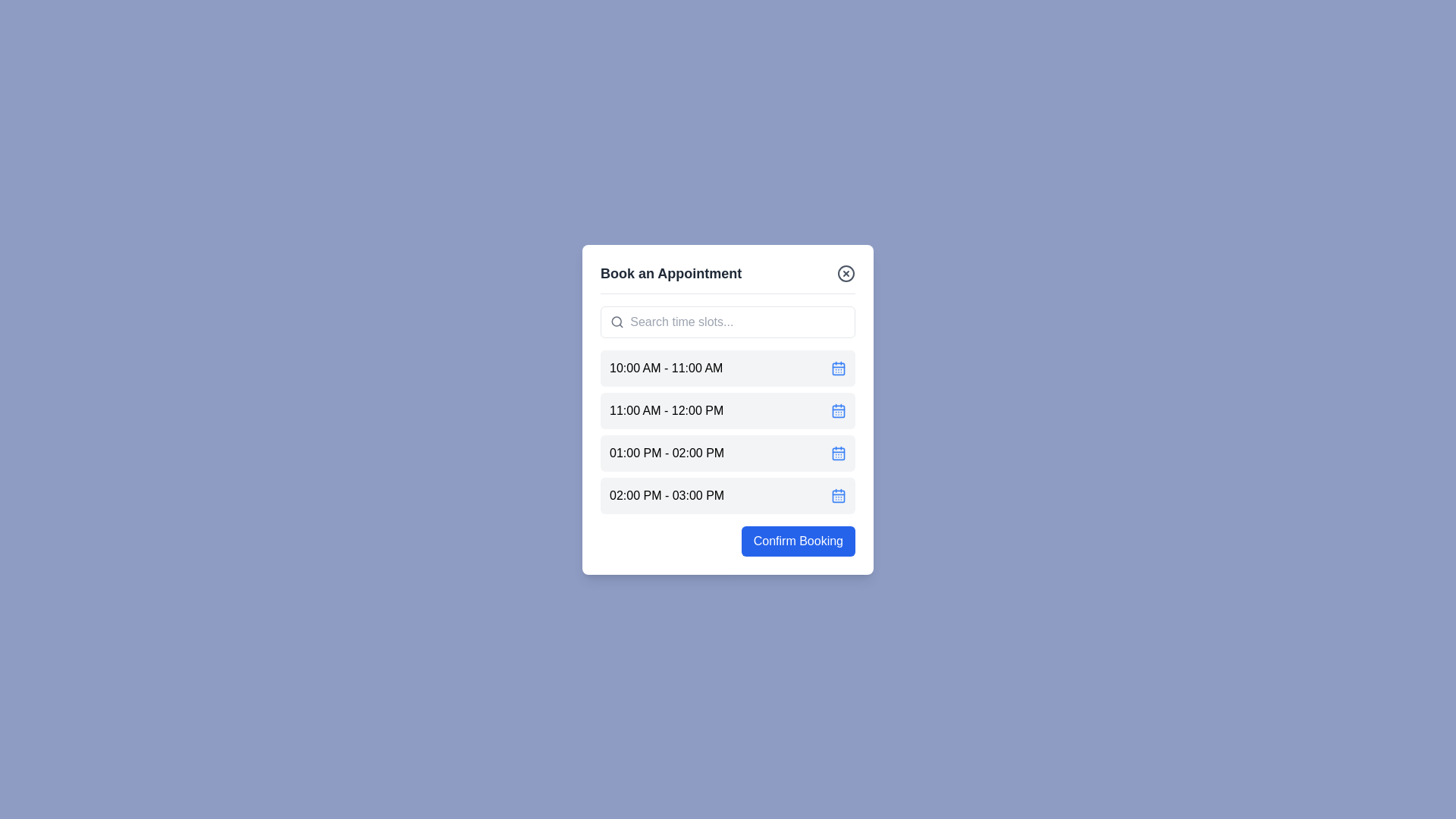 The width and height of the screenshot is (1456, 819). I want to click on the time slot labeled '02:00 PM - 03:00 PM' to select it, so click(728, 495).